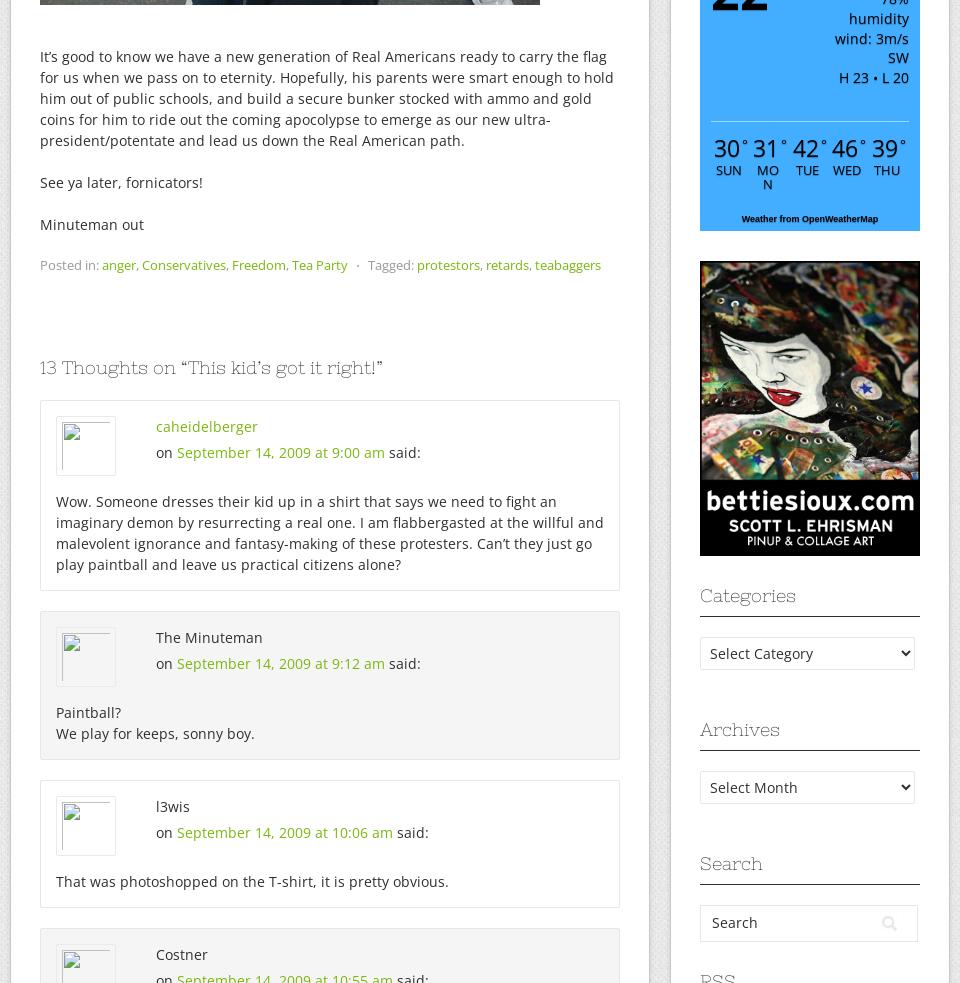 The height and width of the screenshot is (983, 960). Describe the element at coordinates (182, 954) in the screenshot. I see `'Costner'` at that location.